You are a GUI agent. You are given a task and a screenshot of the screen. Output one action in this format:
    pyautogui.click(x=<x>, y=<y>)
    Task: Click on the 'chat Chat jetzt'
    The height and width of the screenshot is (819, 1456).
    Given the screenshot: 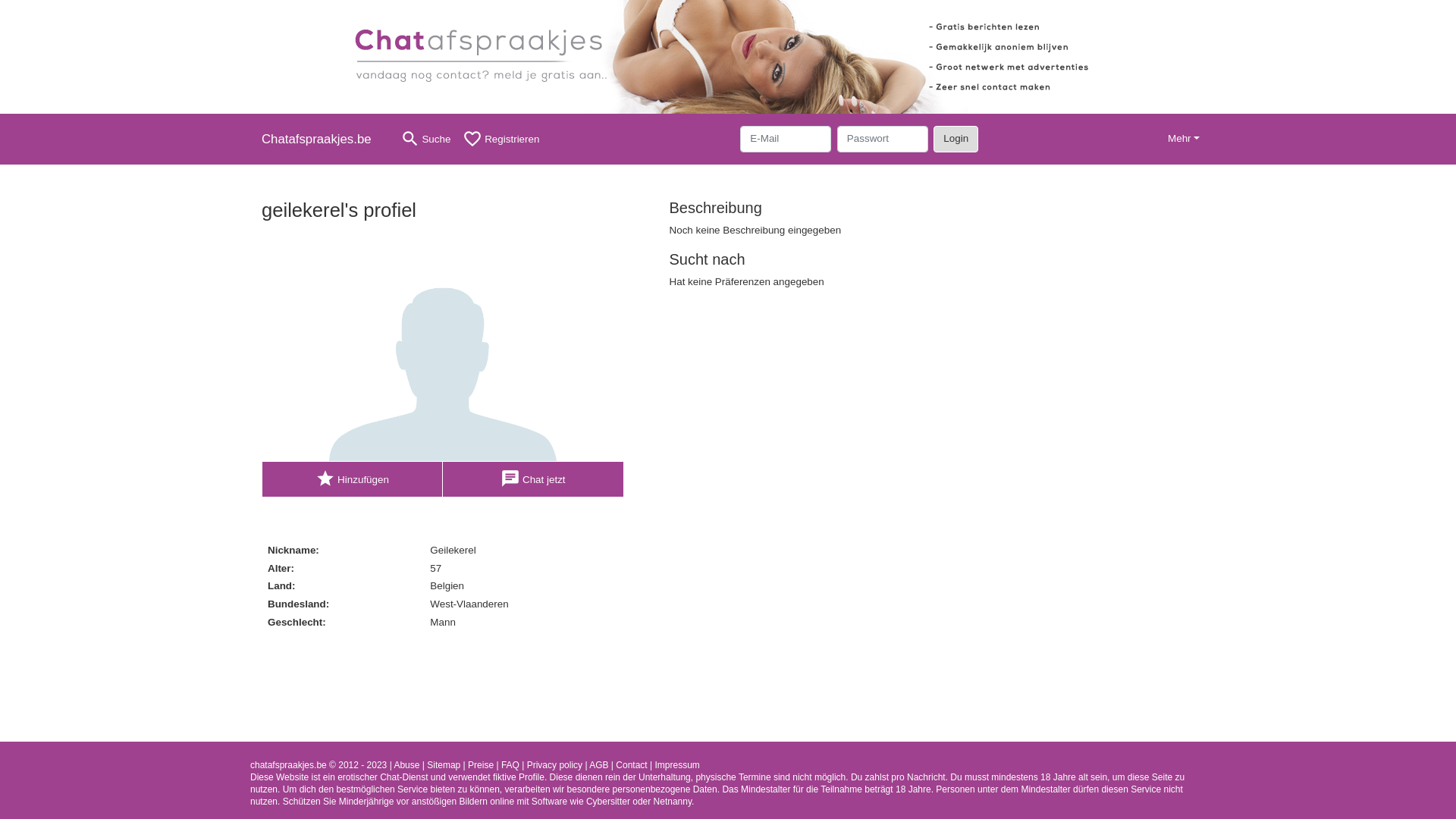 What is the action you would take?
    pyautogui.click(x=533, y=479)
    